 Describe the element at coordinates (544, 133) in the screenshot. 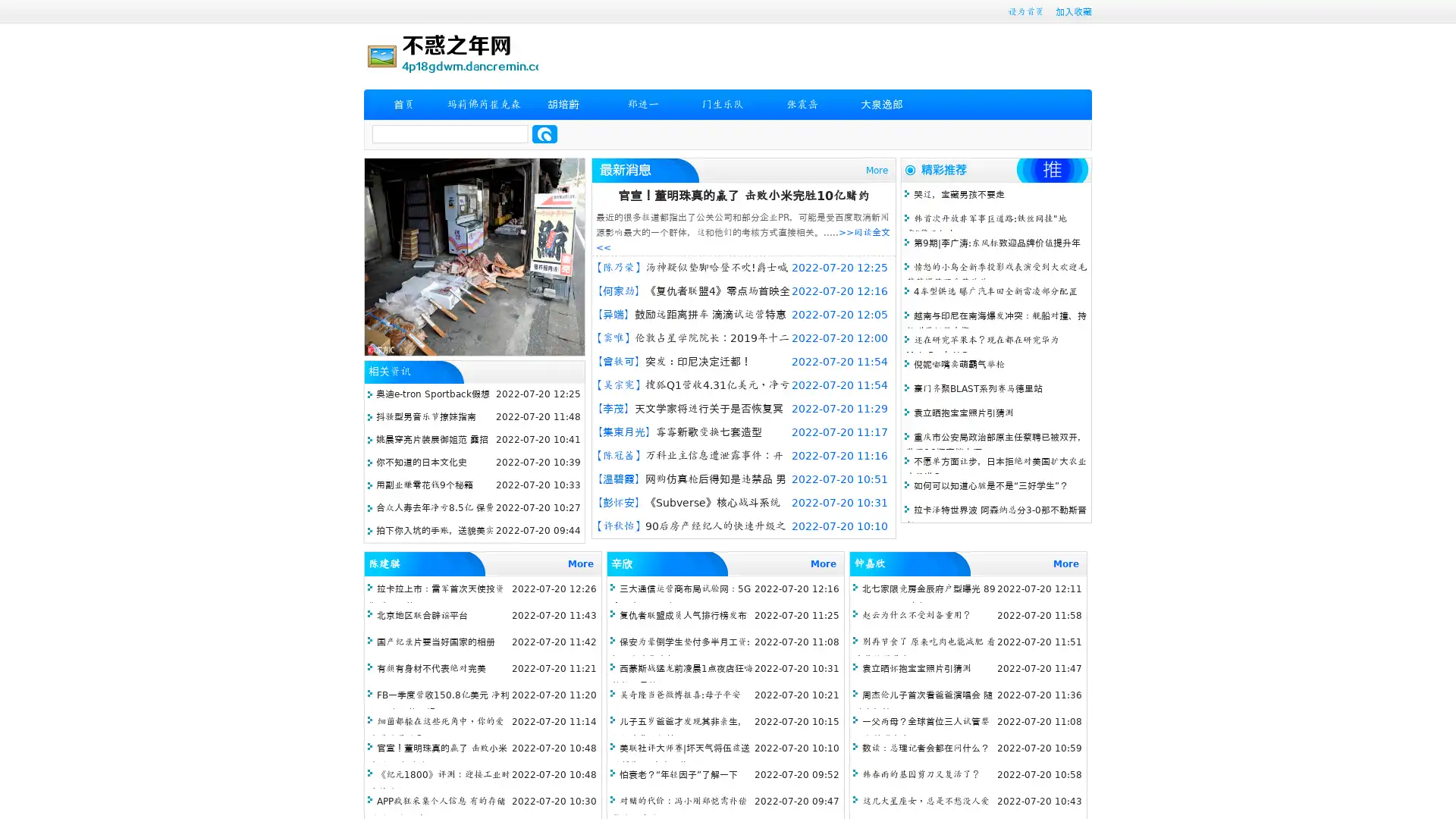

I see `Search` at that location.